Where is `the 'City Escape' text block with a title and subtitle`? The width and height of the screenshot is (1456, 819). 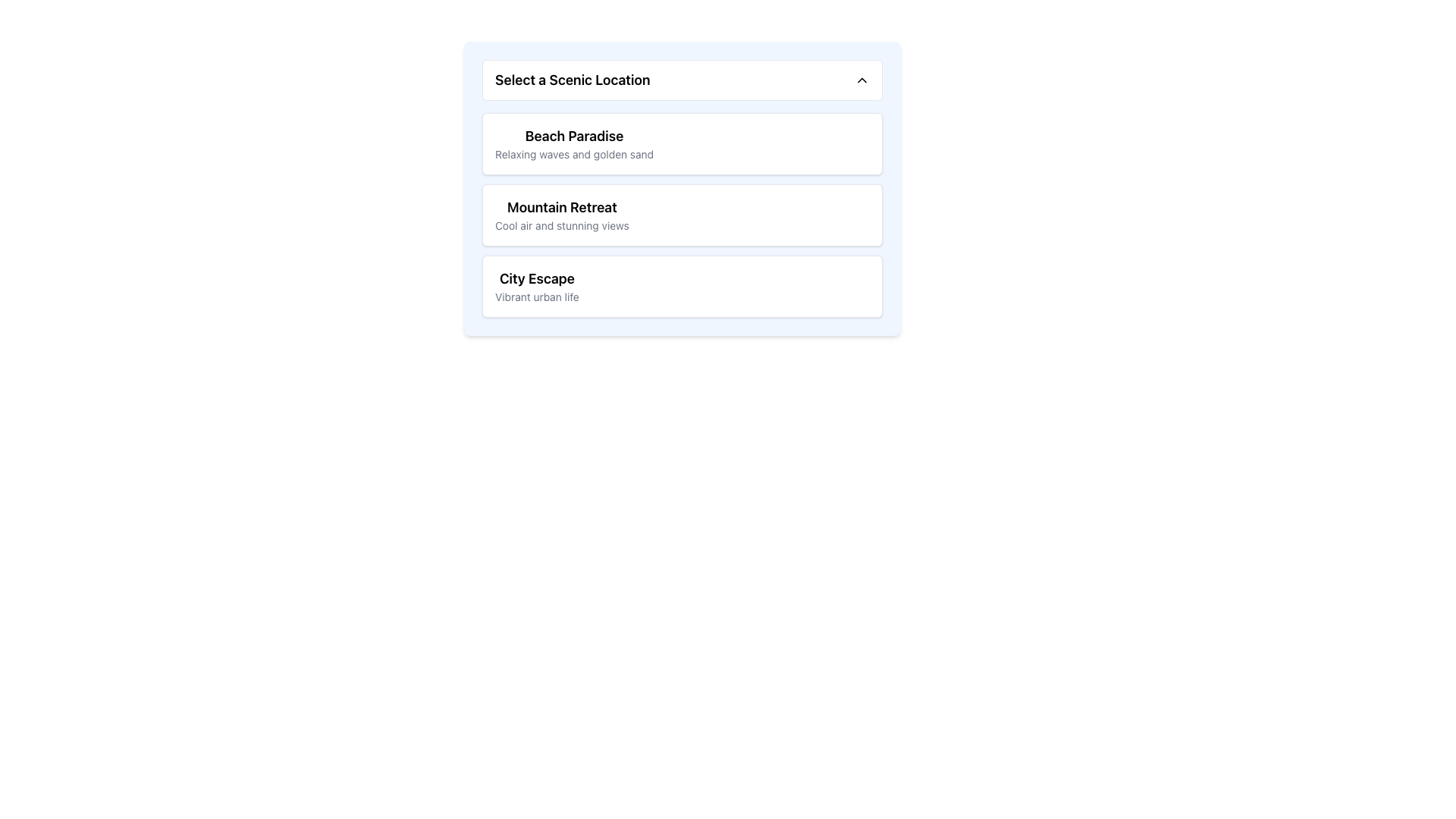
the 'City Escape' text block with a title and subtitle is located at coordinates (537, 287).